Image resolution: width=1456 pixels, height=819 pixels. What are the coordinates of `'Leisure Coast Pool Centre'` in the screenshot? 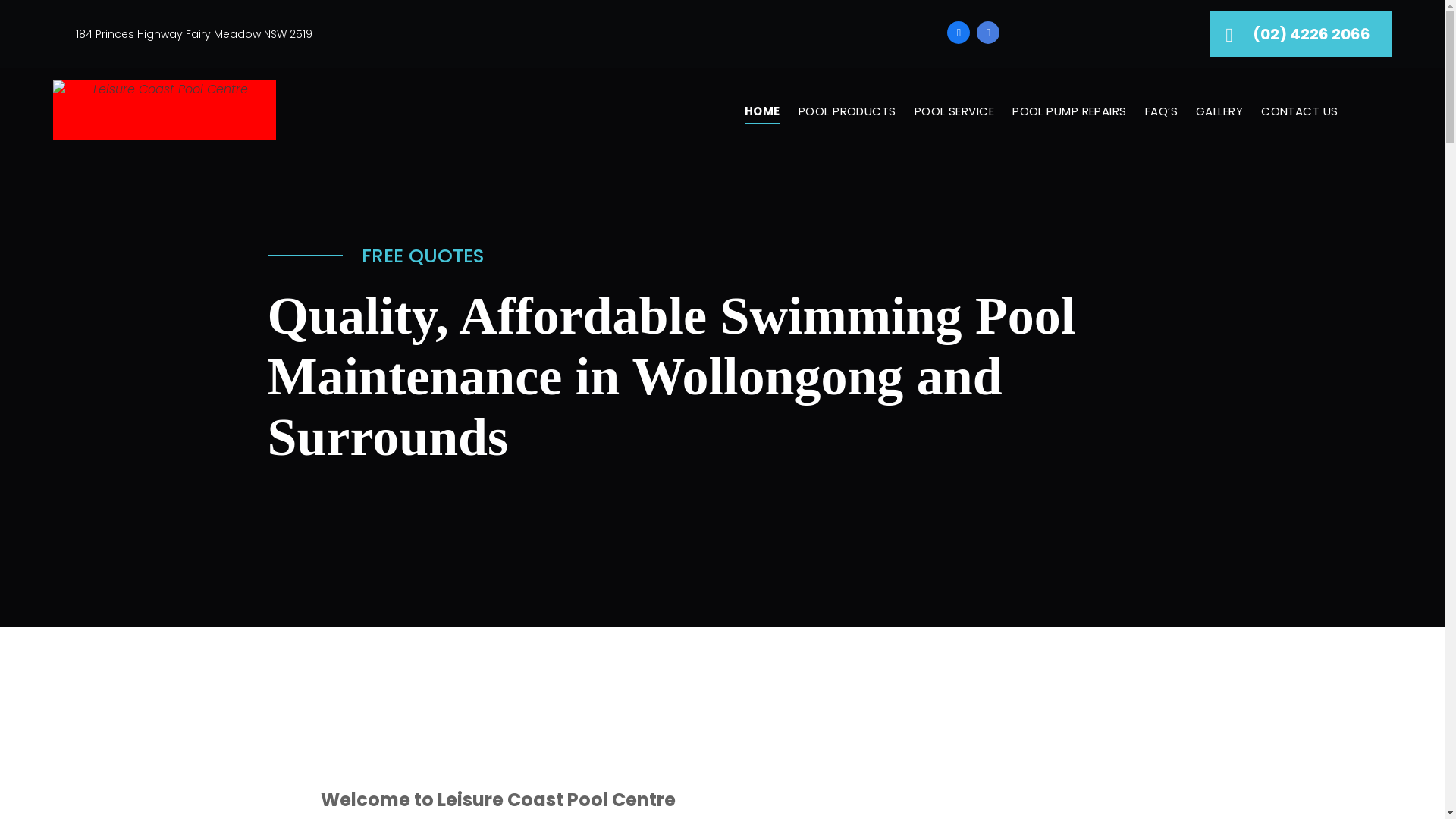 It's located at (164, 109).